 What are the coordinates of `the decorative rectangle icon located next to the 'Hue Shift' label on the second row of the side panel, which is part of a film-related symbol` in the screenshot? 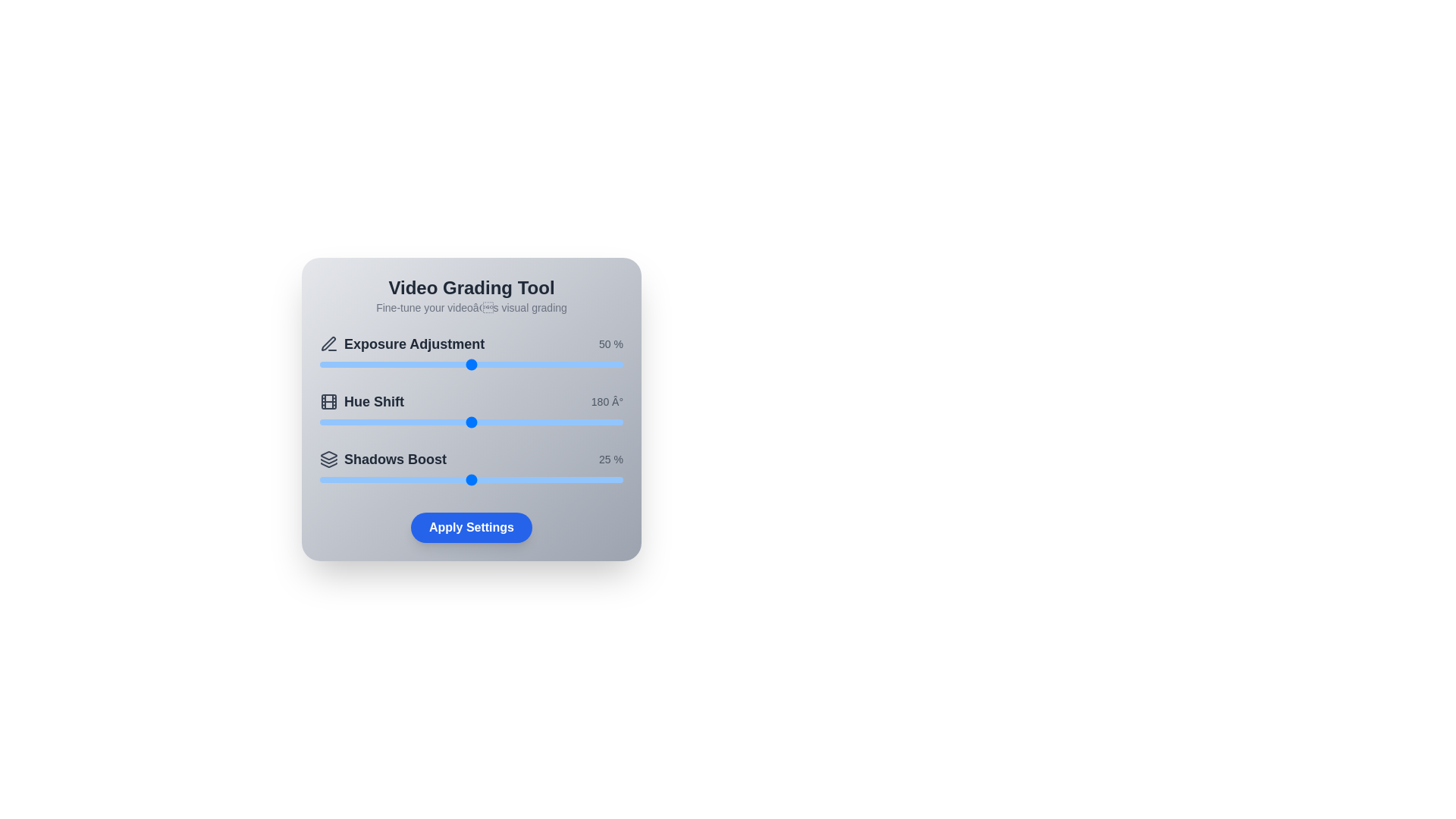 It's located at (328, 400).